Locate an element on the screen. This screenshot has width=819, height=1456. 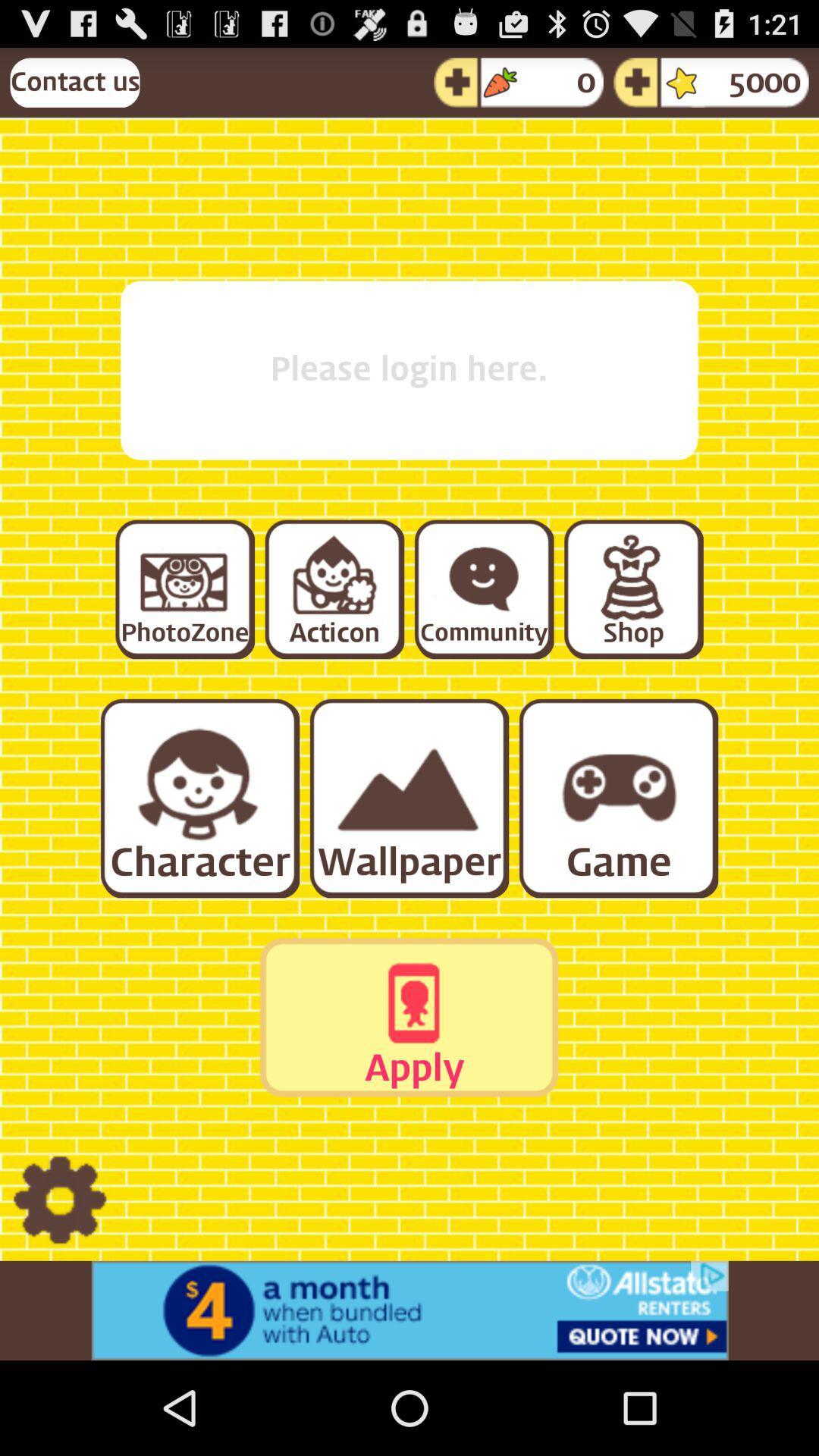
games section is located at coordinates (617, 796).